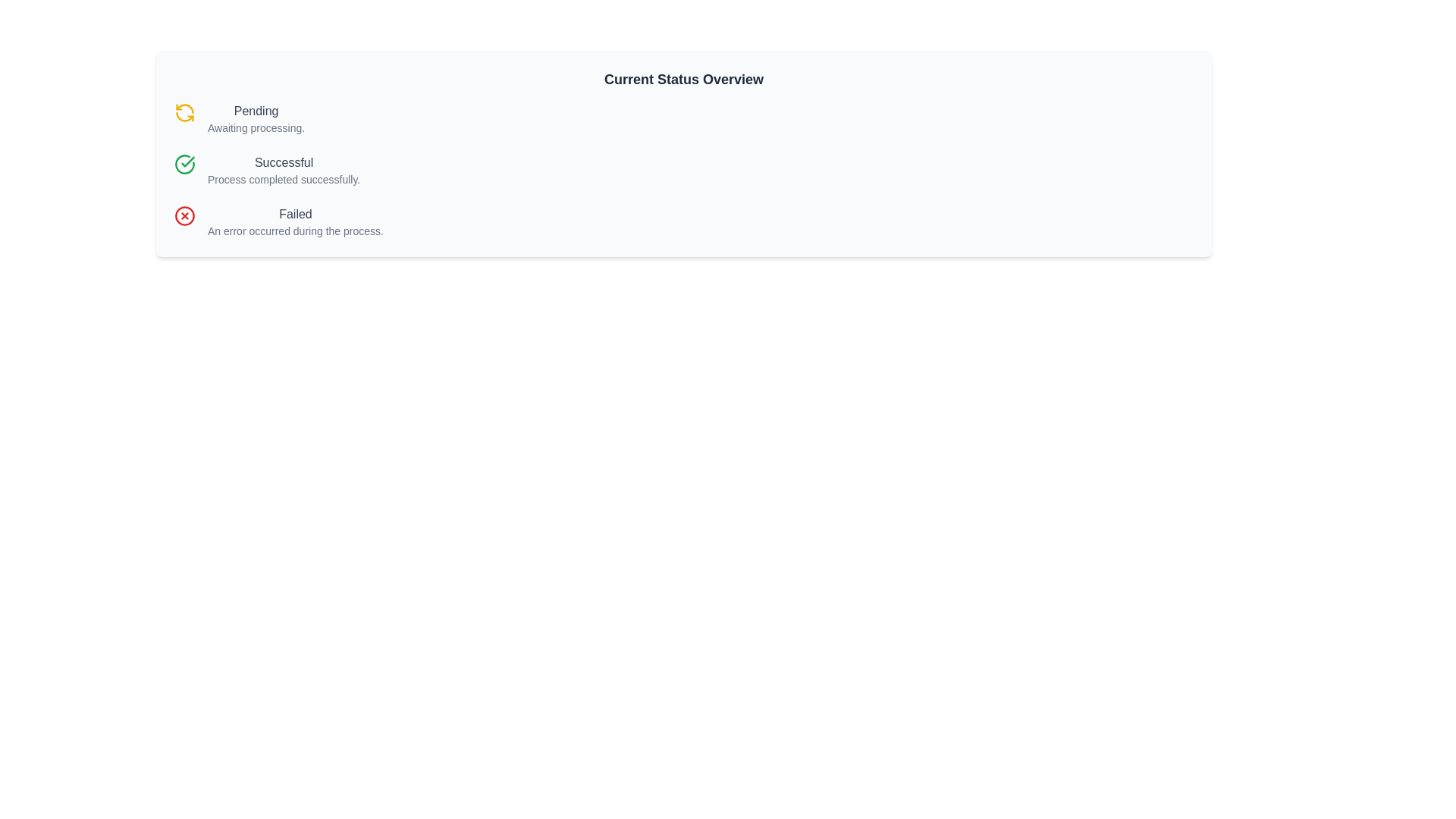 The image size is (1456, 819). What do you see at coordinates (184, 112) in the screenshot?
I see `the refresh icon with a circular arrow design, which is yellow and located to the left of the text 'Pending' in the status overview` at bounding box center [184, 112].